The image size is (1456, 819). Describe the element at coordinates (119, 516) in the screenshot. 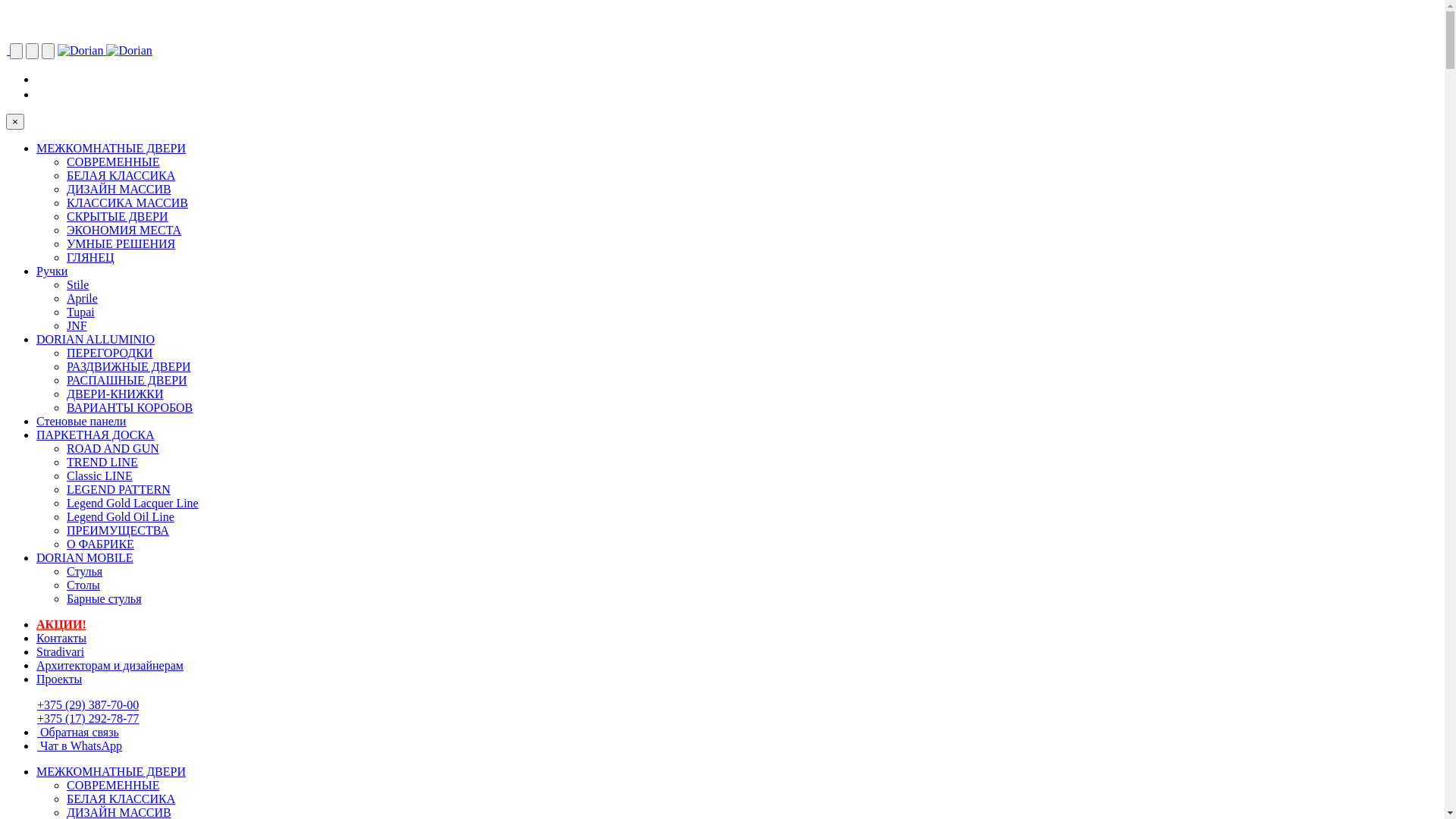

I see `'Legend Gold Oil Line'` at that location.